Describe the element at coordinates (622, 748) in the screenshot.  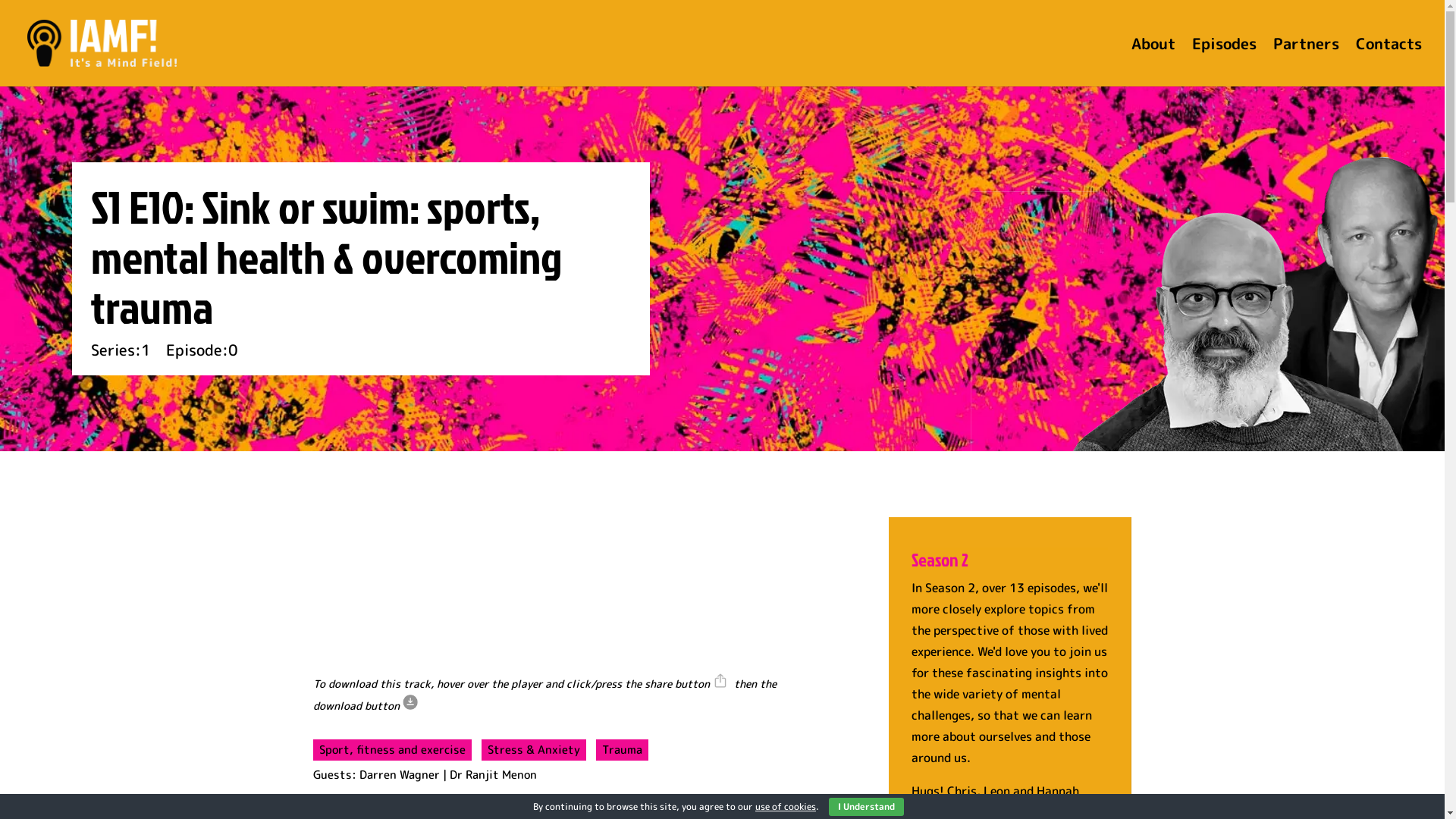
I see `'Trauma'` at that location.